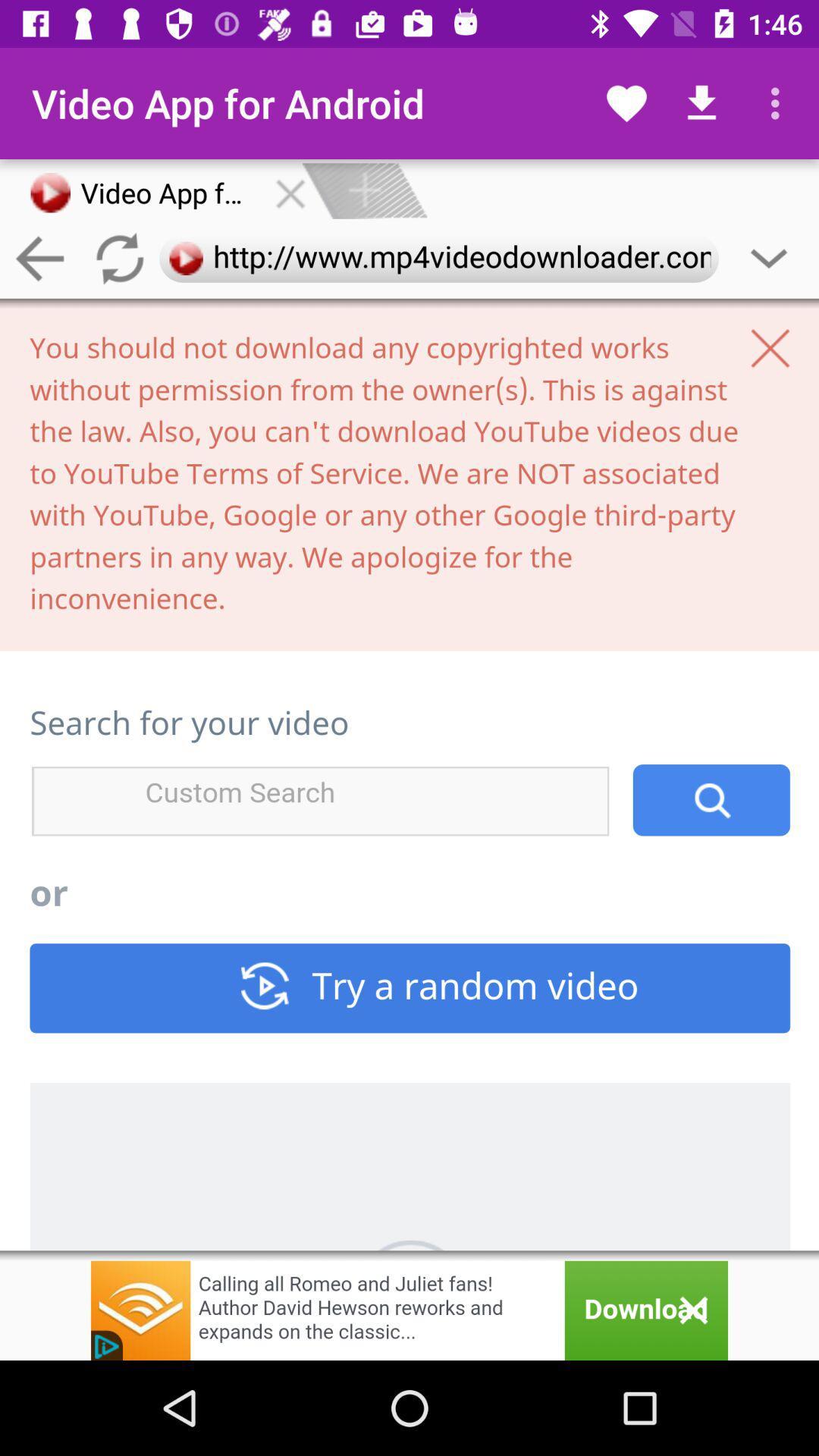 The image size is (819, 1456). I want to click on the expand_more icon, so click(769, 259).